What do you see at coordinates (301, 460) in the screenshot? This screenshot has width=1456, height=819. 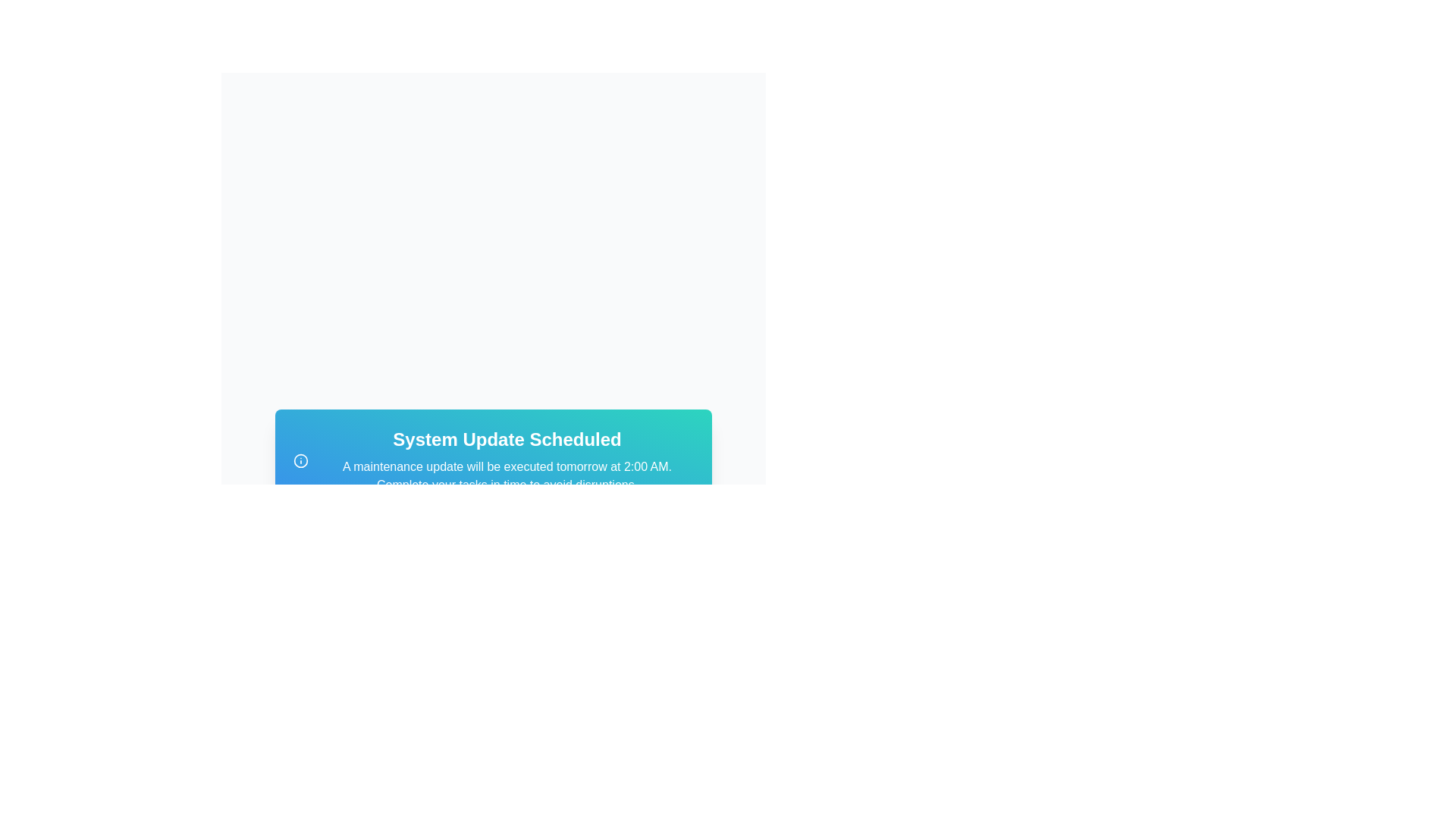 I see `the circular icon with a white outline and a smaller dot inside, located to the left of the 'System Update Scheduled' section` at bounding box center [301, 460].